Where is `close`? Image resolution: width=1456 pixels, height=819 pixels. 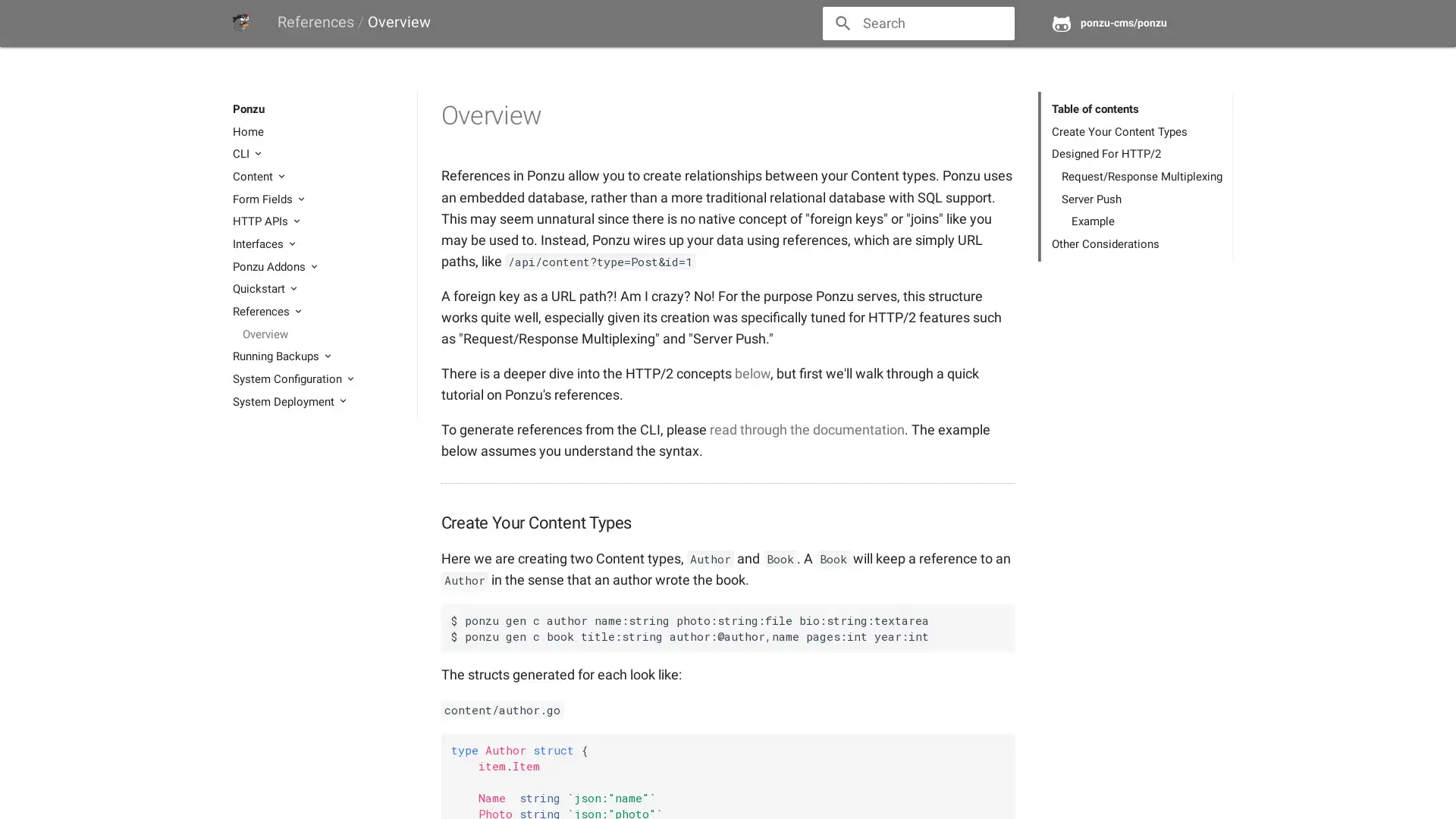
close is located at coordinates (994, 23).